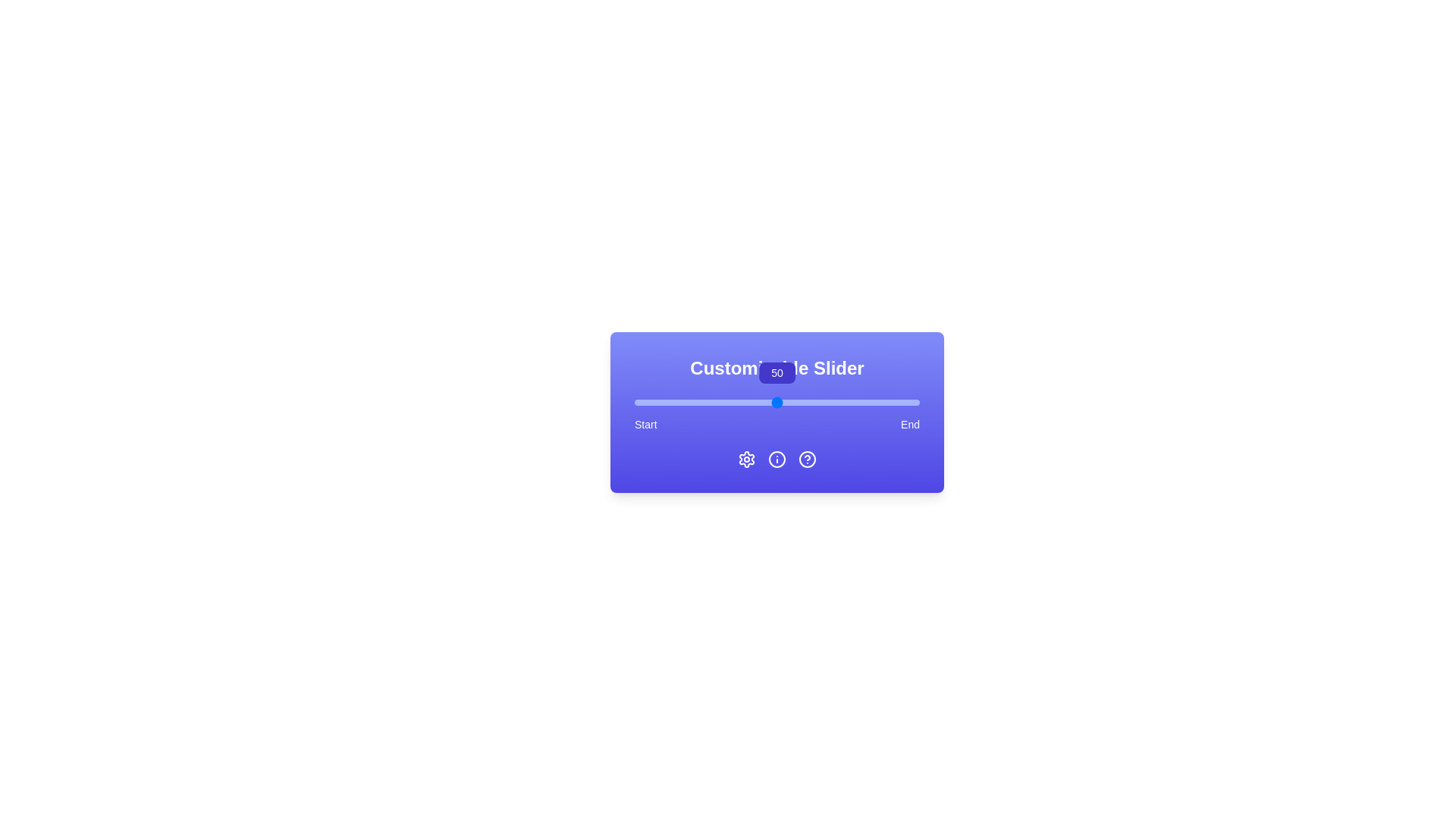 The height and width of the screenshot is (819, 1456). I want to click on the slider to set the value to 29, so click(716, 402).